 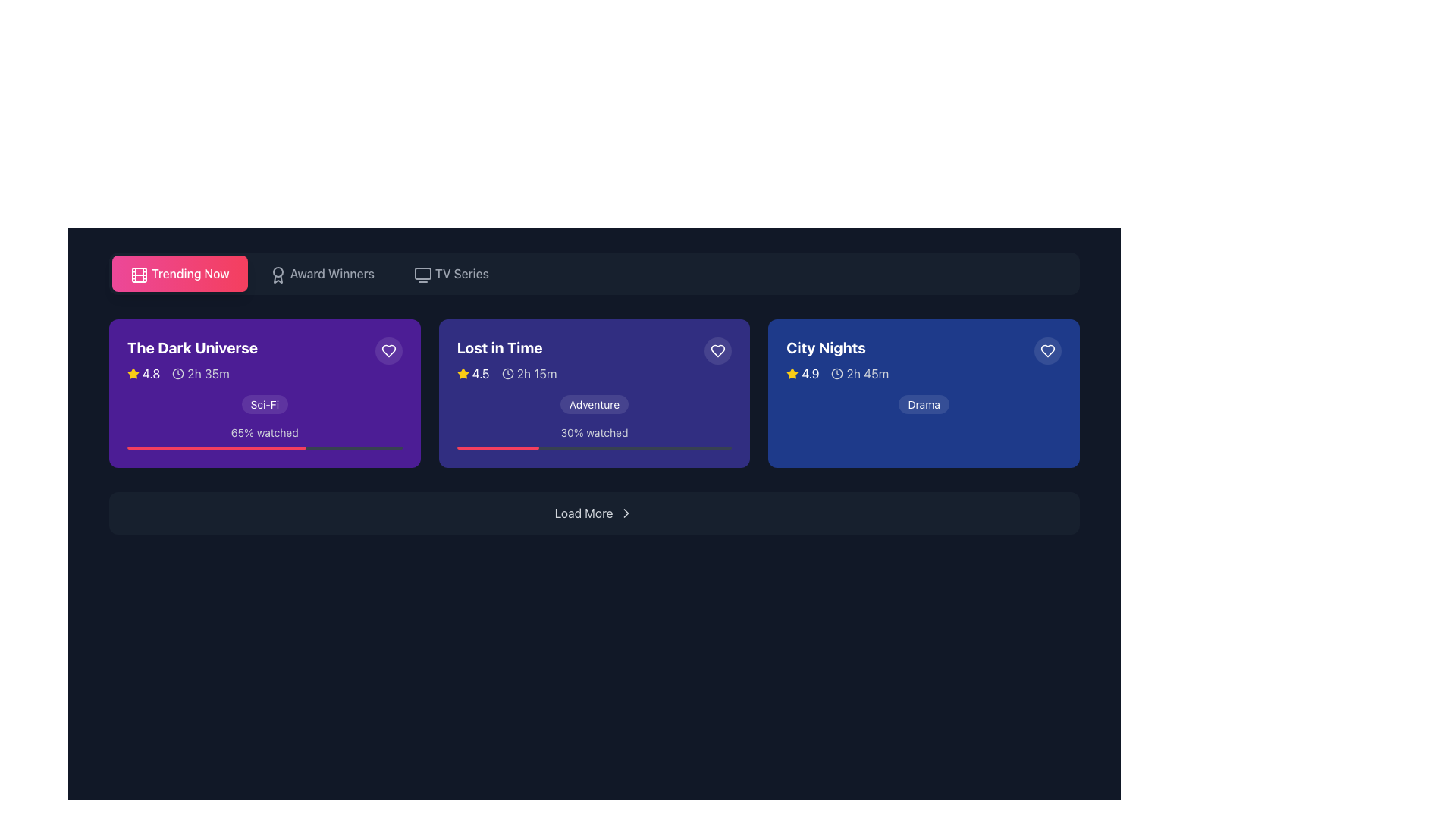 I want to click on the favorite button located at the top-right corner of the 'Lost in Time' card to mark the item as a favorite, so click(x=717, y=350).